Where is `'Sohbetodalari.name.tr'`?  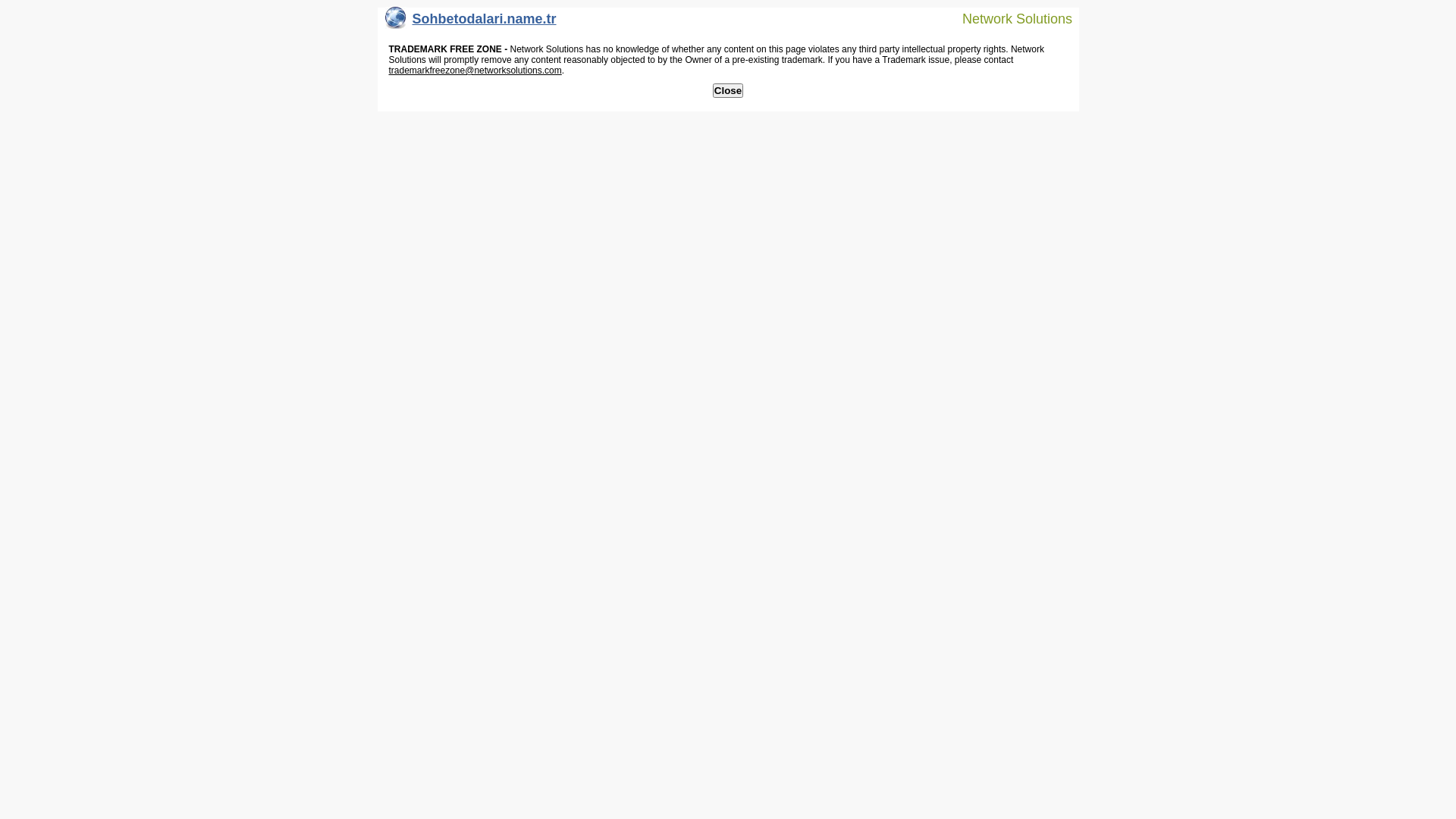 'Sohbetodalari.name.tr' is located at coordinates (469, 22).